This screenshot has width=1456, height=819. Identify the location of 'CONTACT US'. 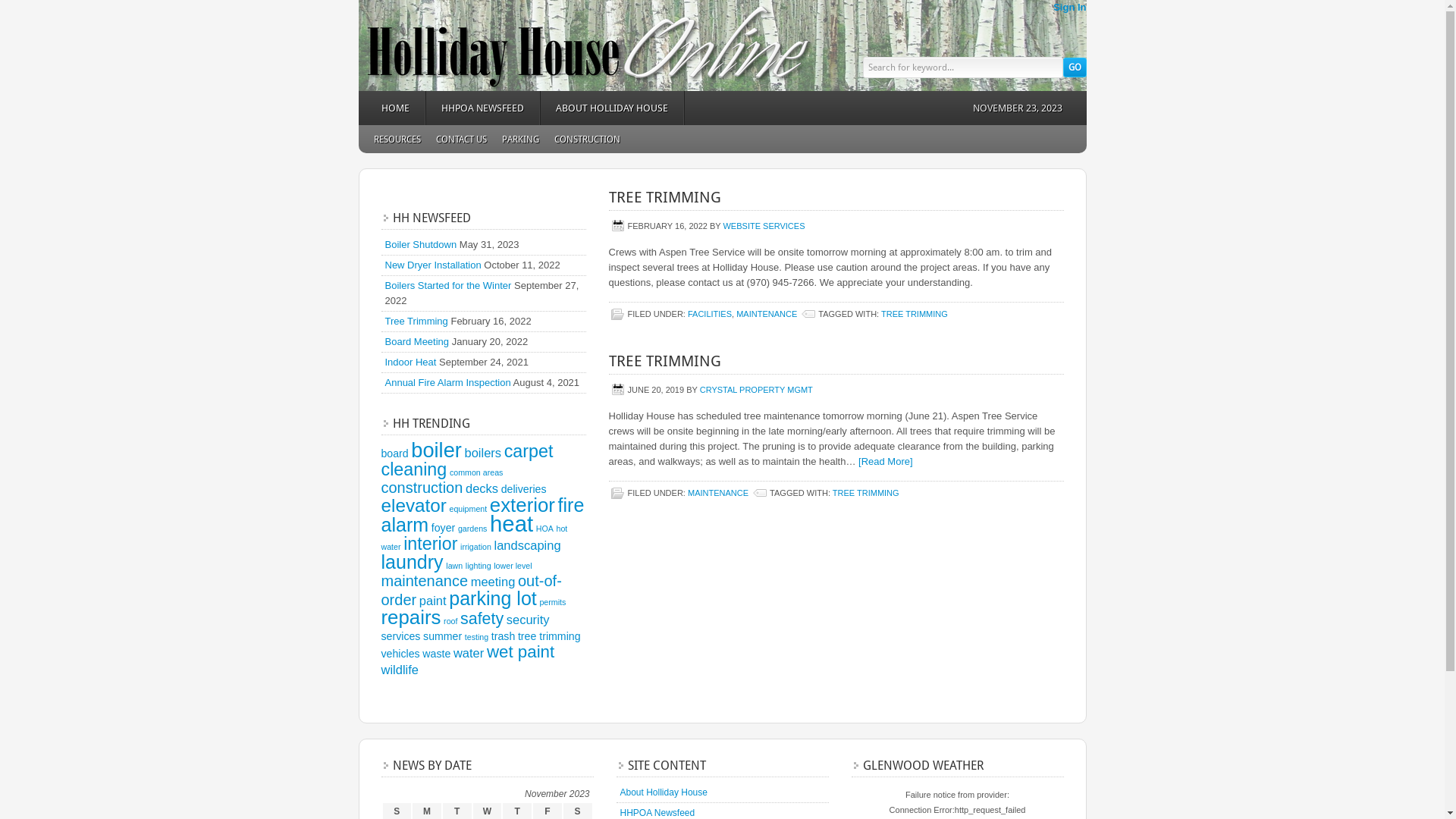
(427, 139).